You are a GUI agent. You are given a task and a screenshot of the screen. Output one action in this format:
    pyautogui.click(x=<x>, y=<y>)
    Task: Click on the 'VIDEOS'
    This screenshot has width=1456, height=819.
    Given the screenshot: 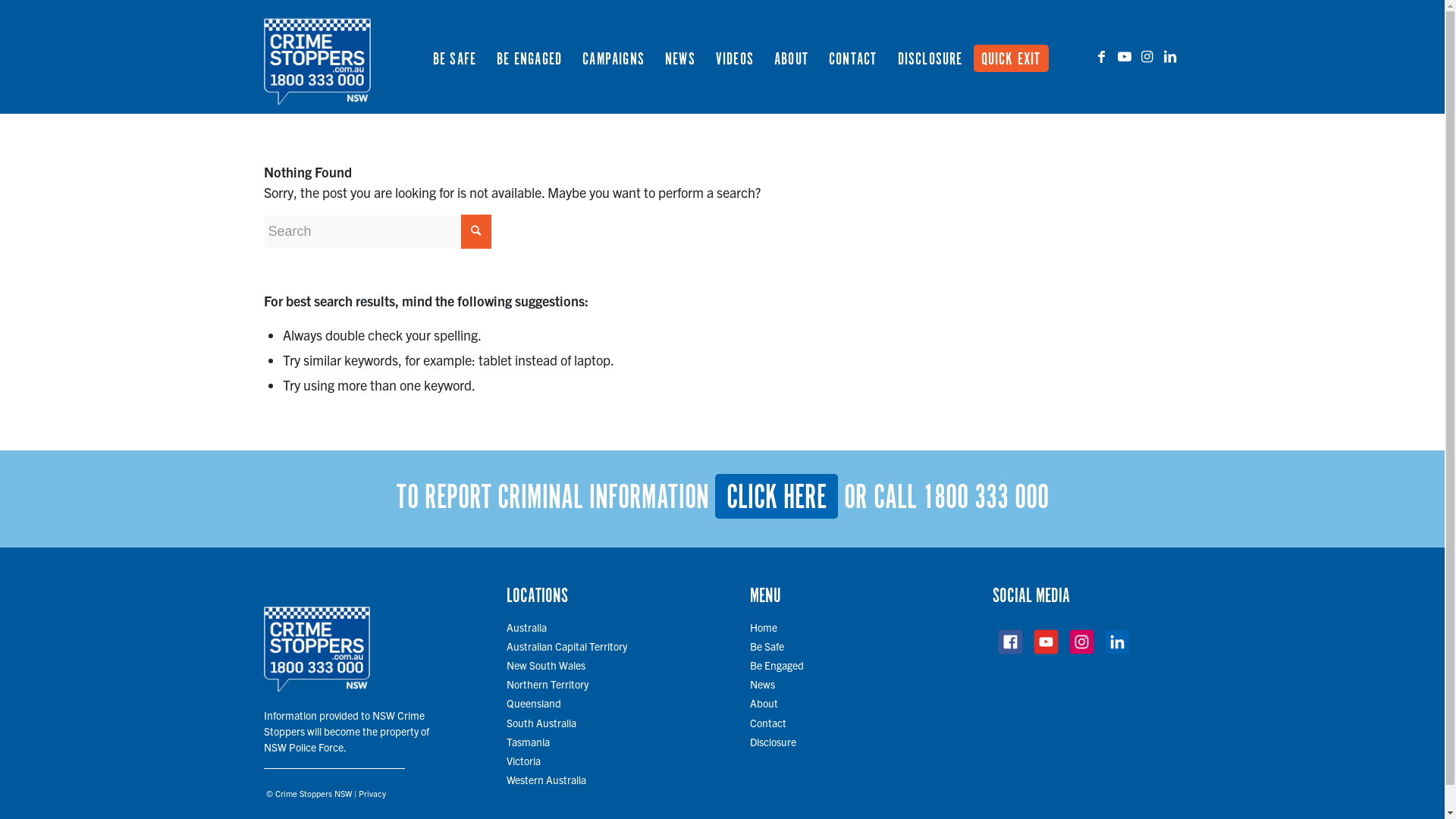 What is the action you would take?
    pyautogui.click(x=734, y=55)
    